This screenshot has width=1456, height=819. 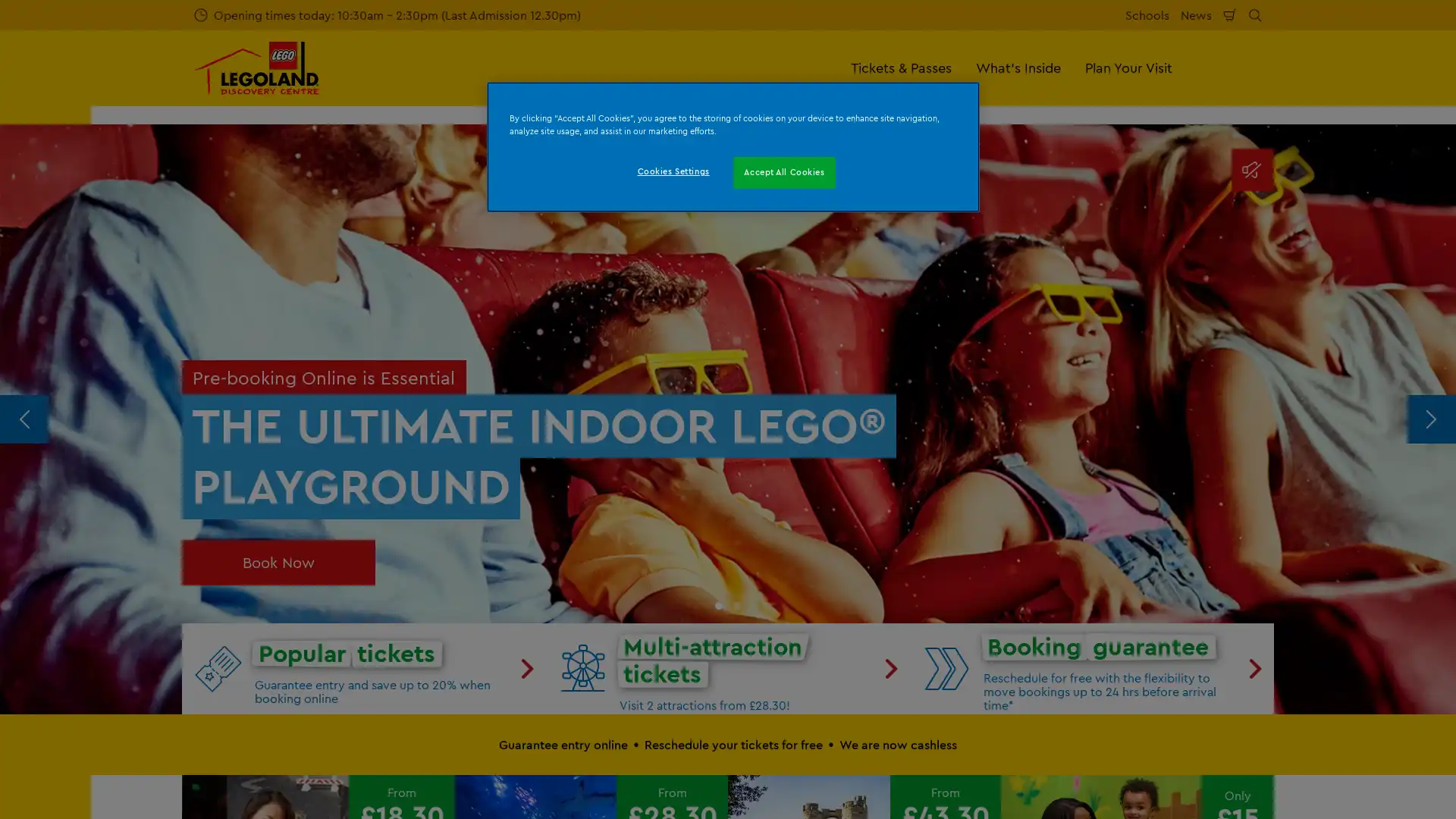 What do you see at coordinates (784, 171) in the screenshot?
I see `Accept All Cookies` at bounding box center [784, 171].